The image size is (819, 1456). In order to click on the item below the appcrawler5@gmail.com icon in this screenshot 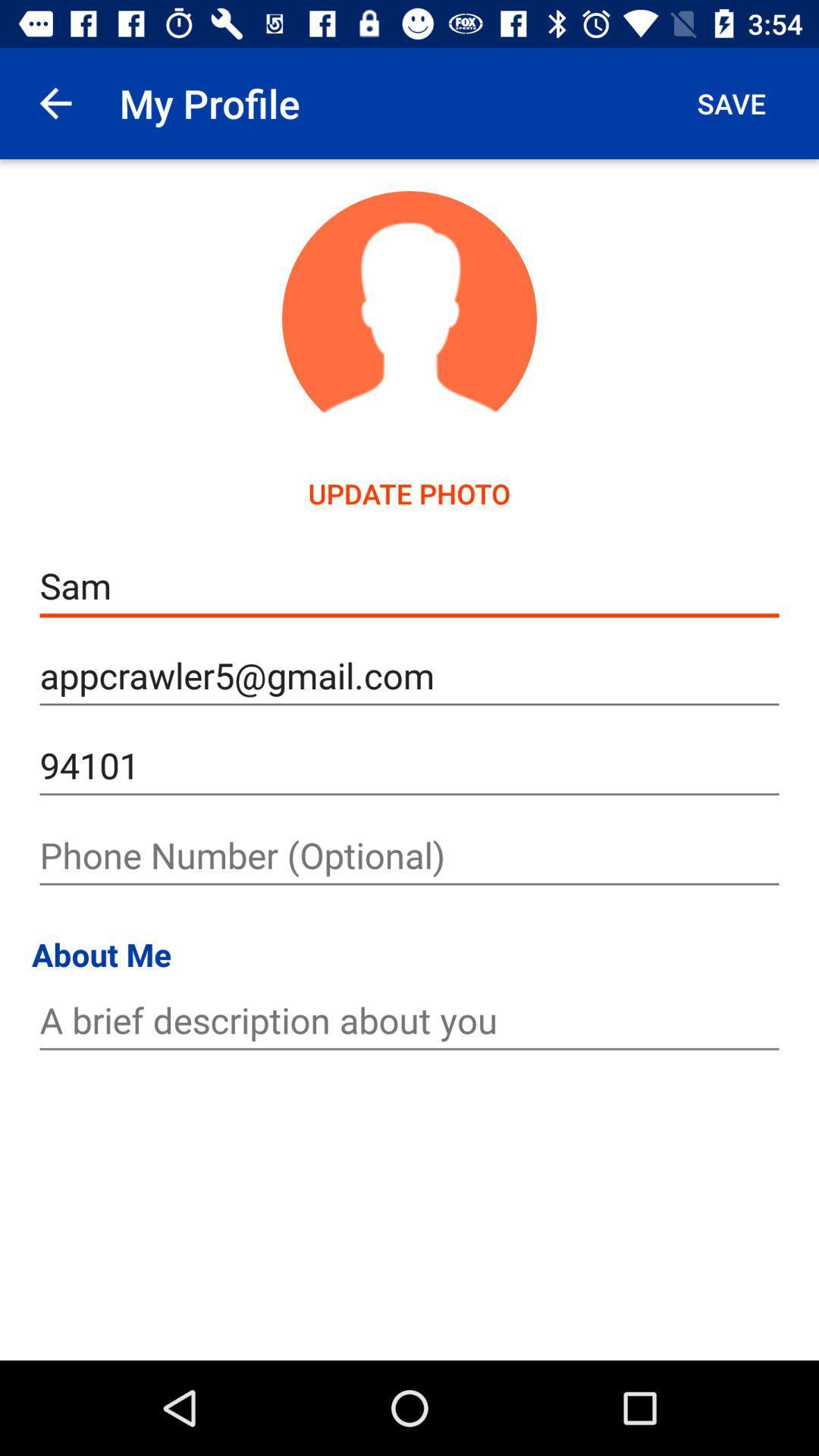, I will do `click(409, 766)`.